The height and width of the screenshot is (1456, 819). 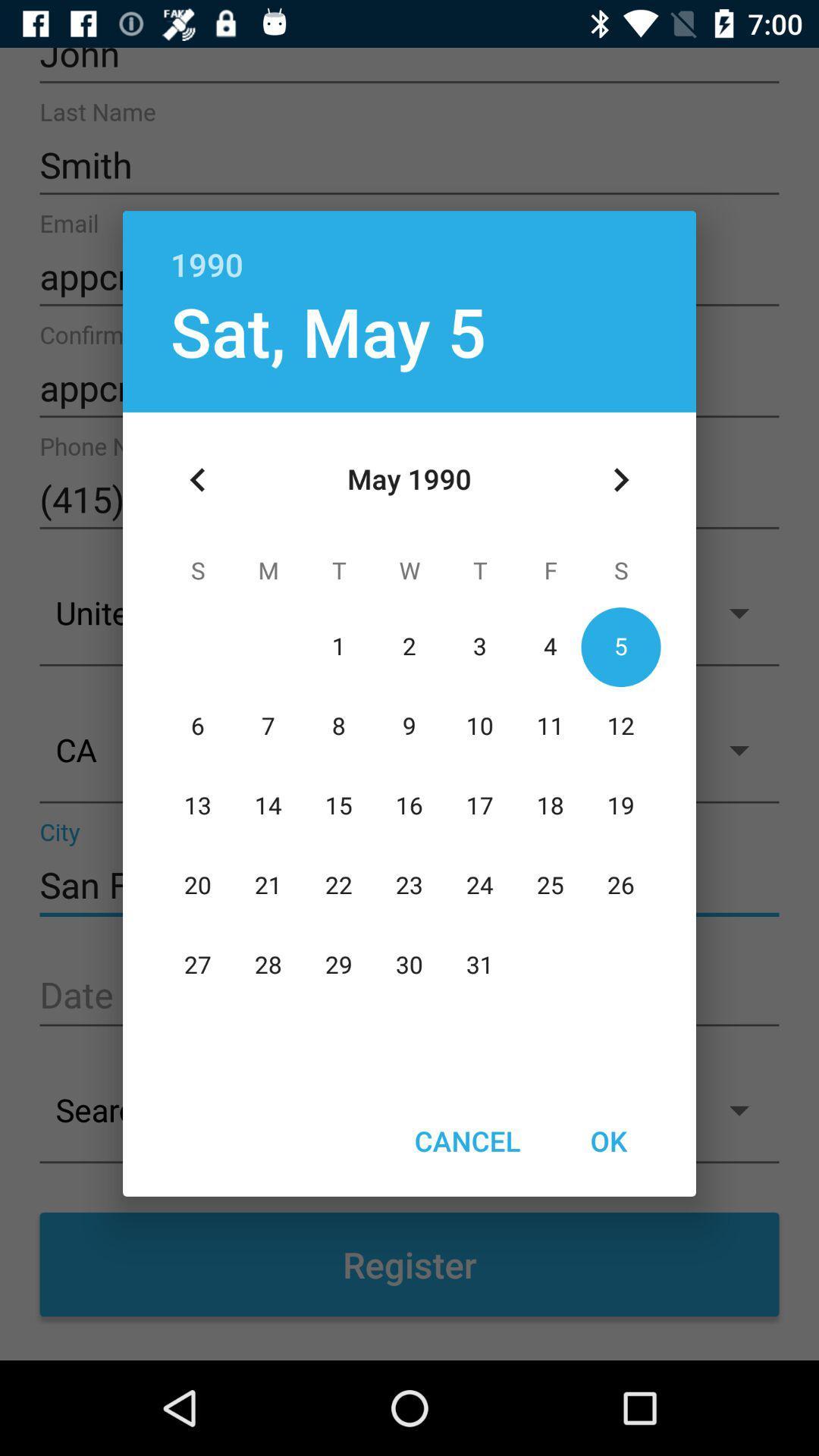 What do you see at coordinates (328, 330) in the screenshot?
I see `item below 1990 item` at bounding box center [328, 330].